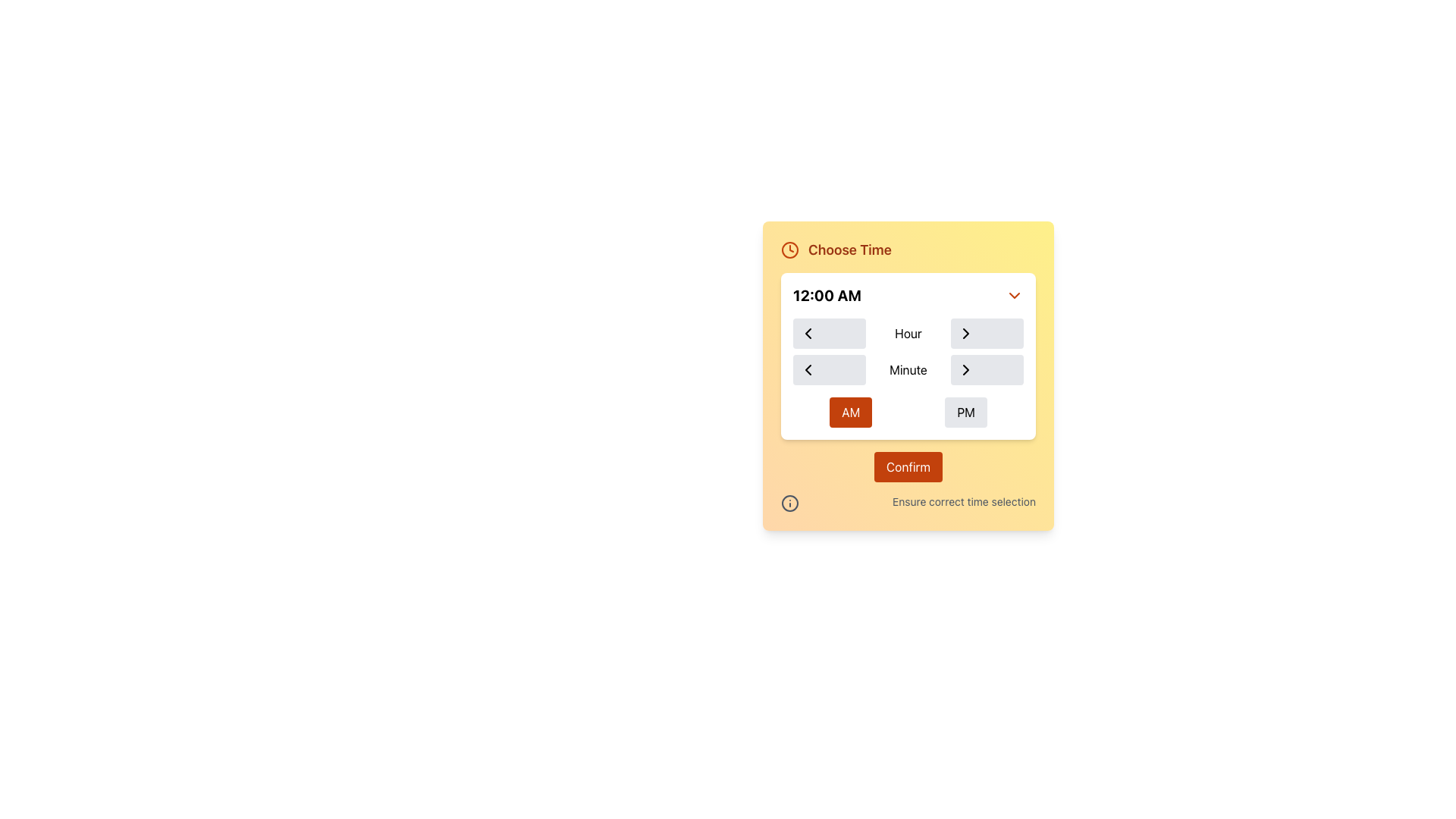 This screenshot has width=1456, height=819. I want to click on the small right-pointing chevron symbol used for forward navigation in the 'Minute' time selection interface, so click(965, 370).